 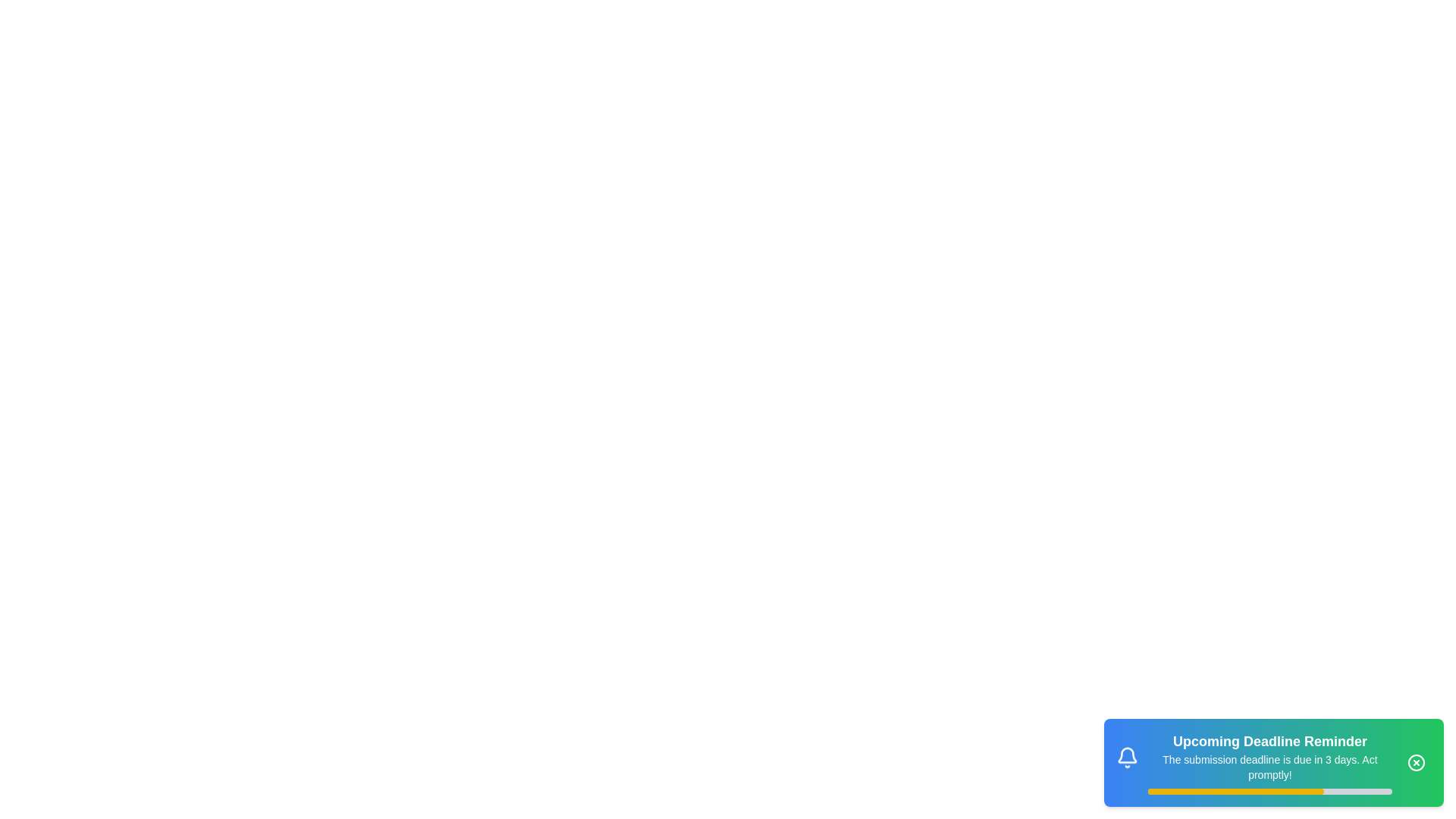 What do you see at coordinates (1415, 763) in the screenshot?
I see `the close button to dismiss the snackbar` at bounding box center [1415, 763].